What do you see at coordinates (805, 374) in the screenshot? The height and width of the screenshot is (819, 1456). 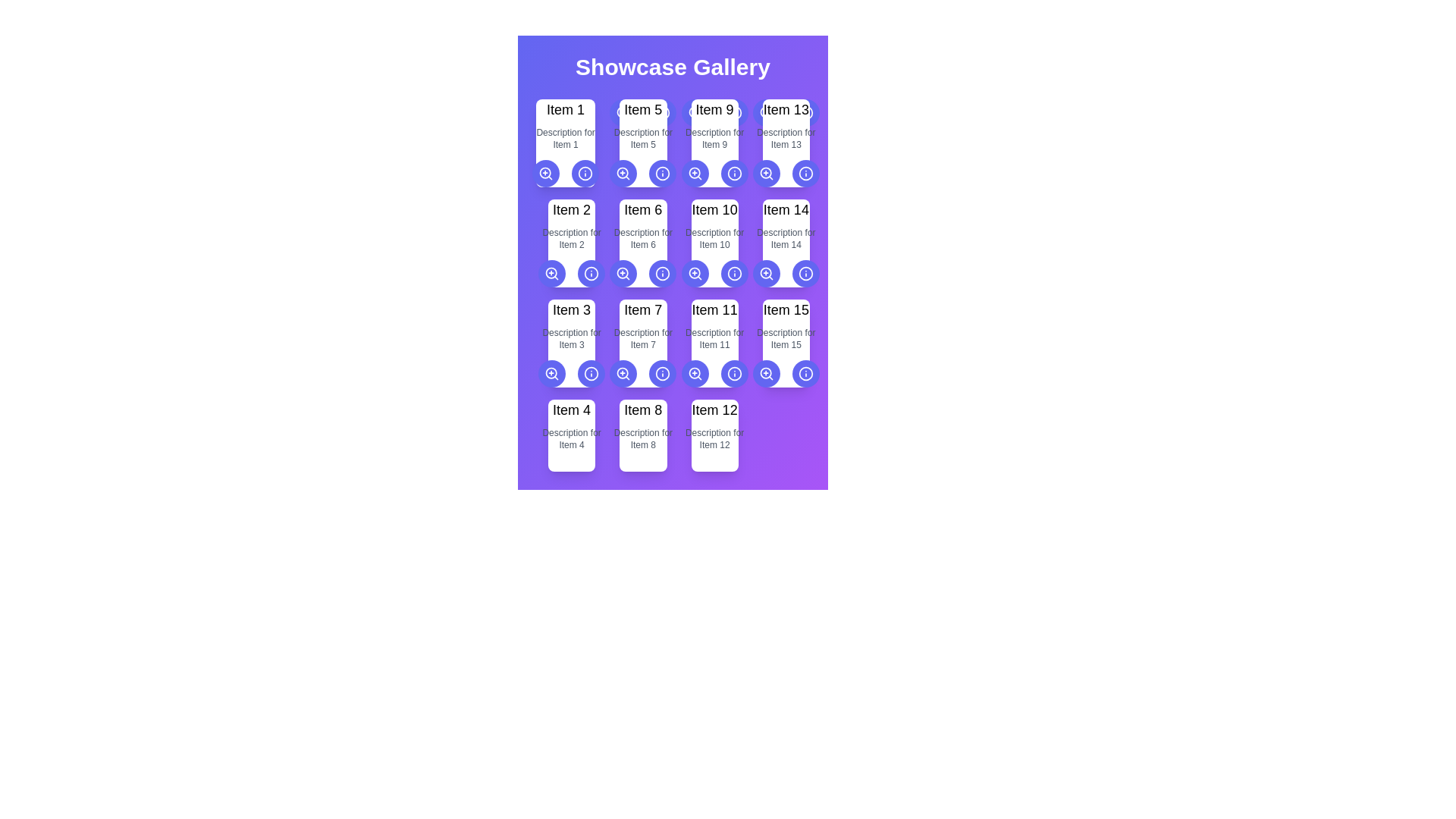 I see `the blue circular icon with a minimalist information symbol located in the bottom right corner of the grid under the panel labeled 'Item 15'` at bounding box center [805, 374].